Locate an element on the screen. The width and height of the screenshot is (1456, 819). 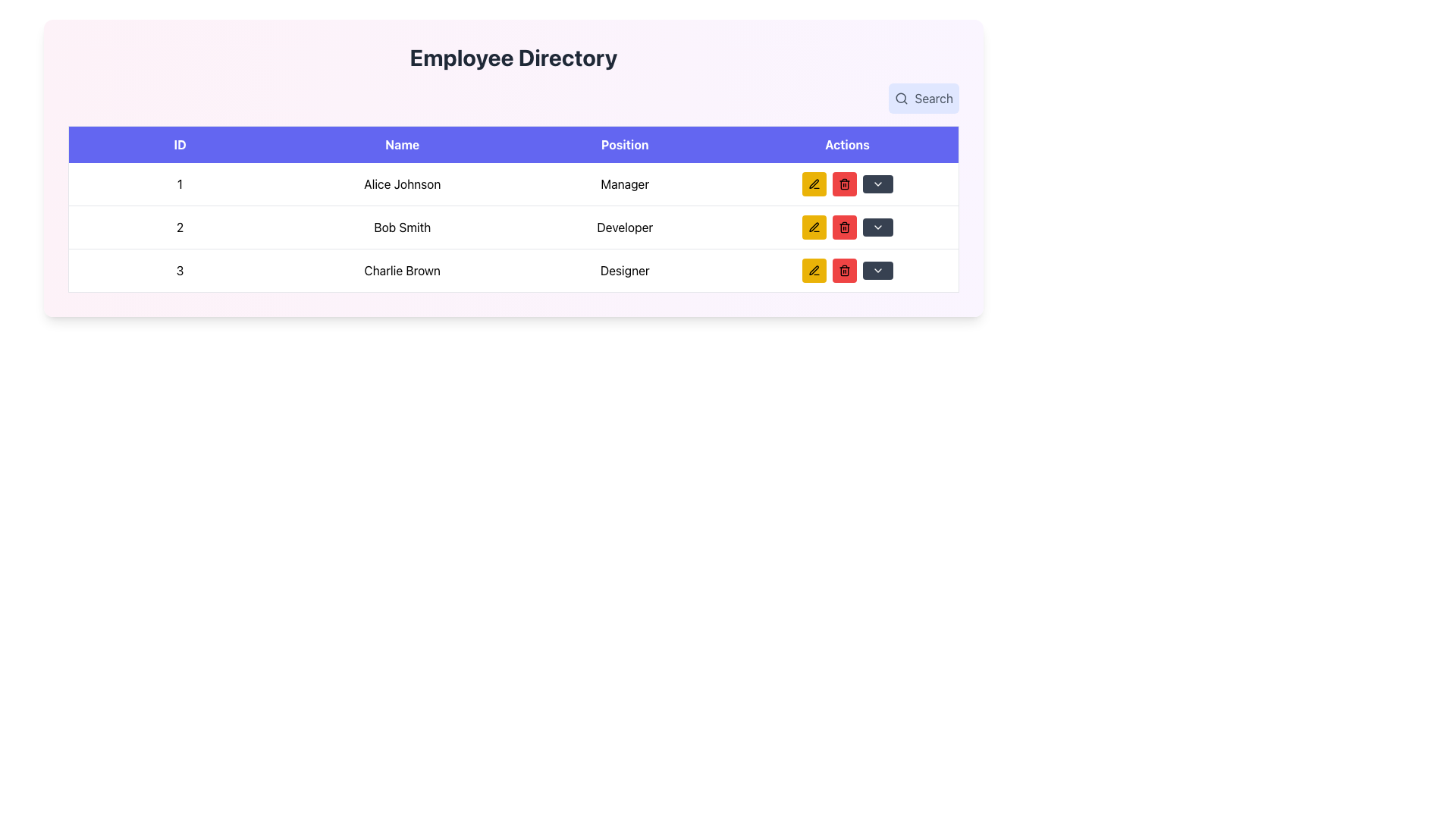
the delete button located on the far right side of the second row in the table under the 'Actions' column, which is the second icon from the left is located at coordinates (843, 228).